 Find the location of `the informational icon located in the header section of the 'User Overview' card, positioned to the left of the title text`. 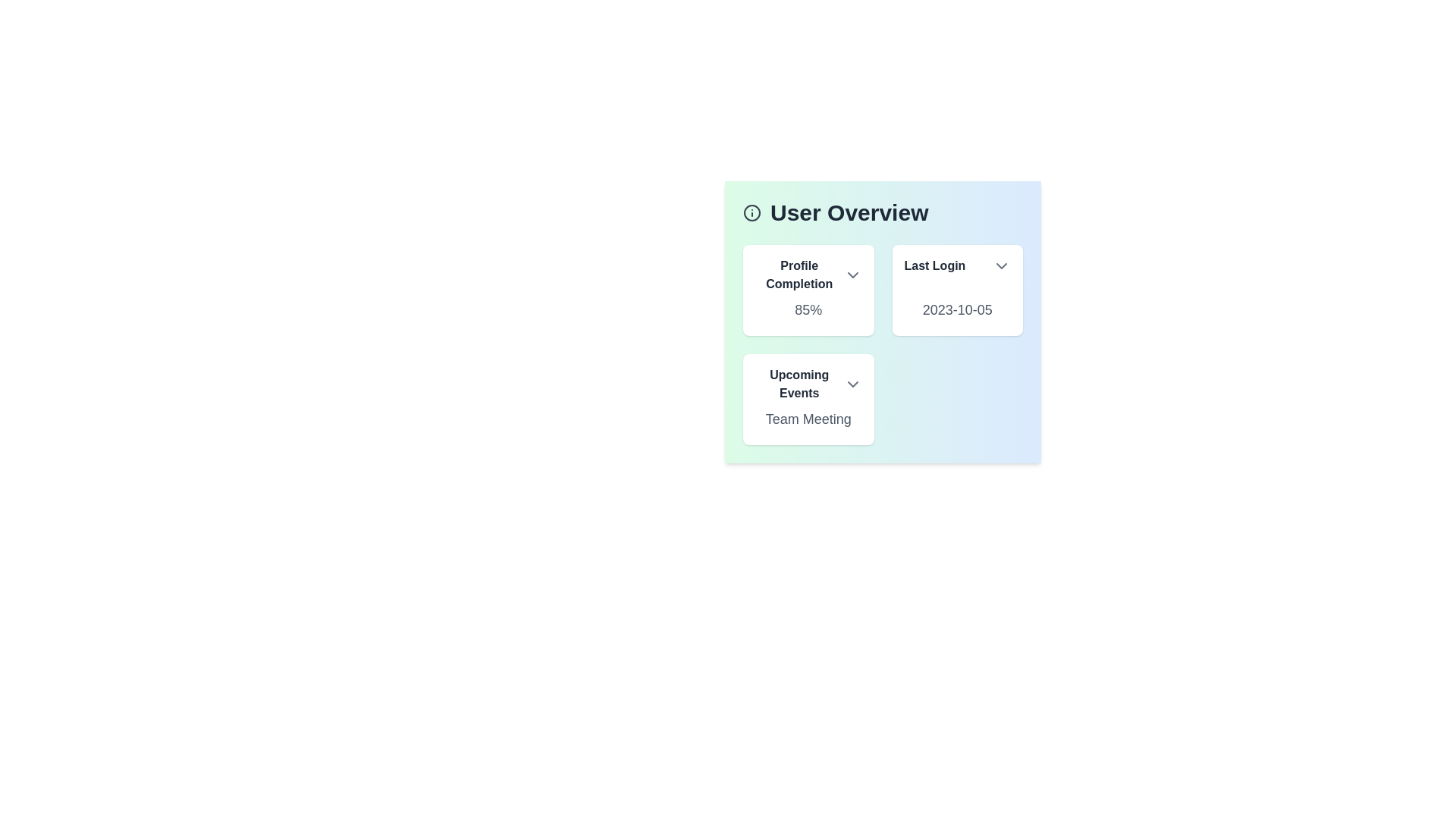

the informational icon located in the header section of the 'User Overview' card, positioned to the left of the title text is located at coordinates (752, 213).